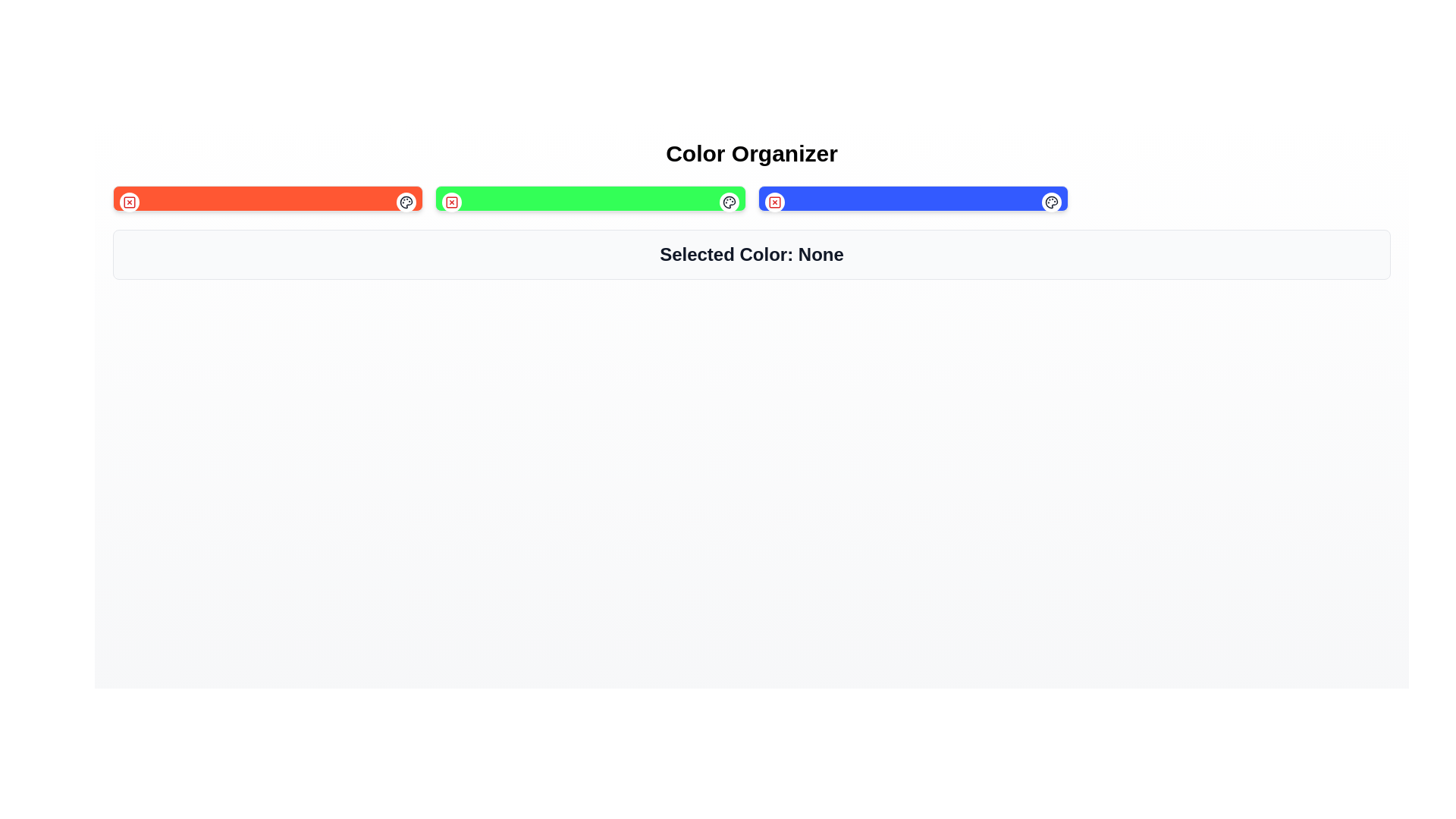 The image size is (1456, 819). Describe the element at coordinates (406, 201) in the screenshot. I see `the artist's palette SVG icon located at the top center of the interface, within the green bar, positioned near the right edge` at that location.